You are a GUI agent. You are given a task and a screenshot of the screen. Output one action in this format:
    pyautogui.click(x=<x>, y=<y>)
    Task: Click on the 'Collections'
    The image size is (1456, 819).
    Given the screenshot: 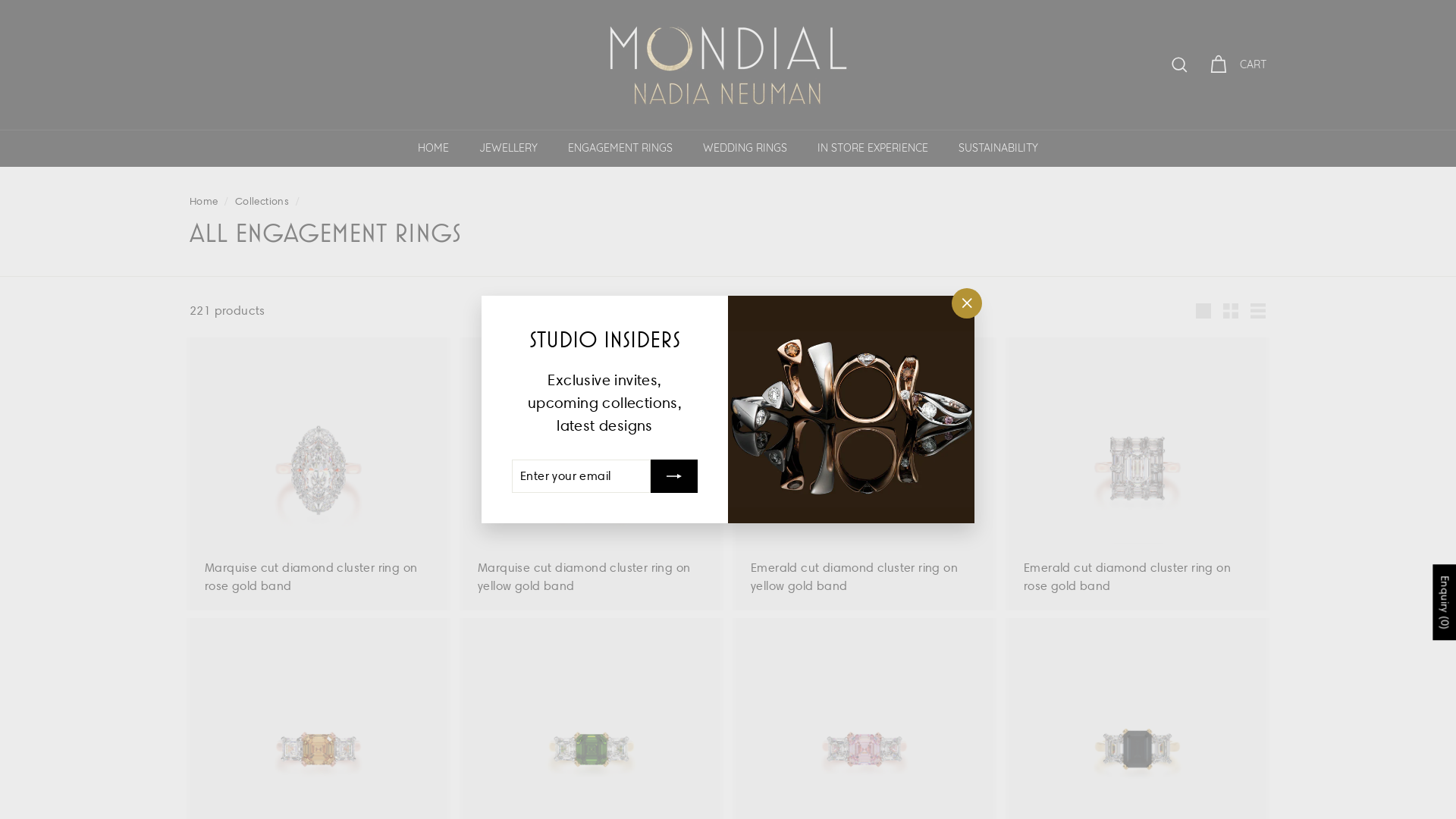 What is the action you would take?
    pyautogui.click(x=262, y=200)
    